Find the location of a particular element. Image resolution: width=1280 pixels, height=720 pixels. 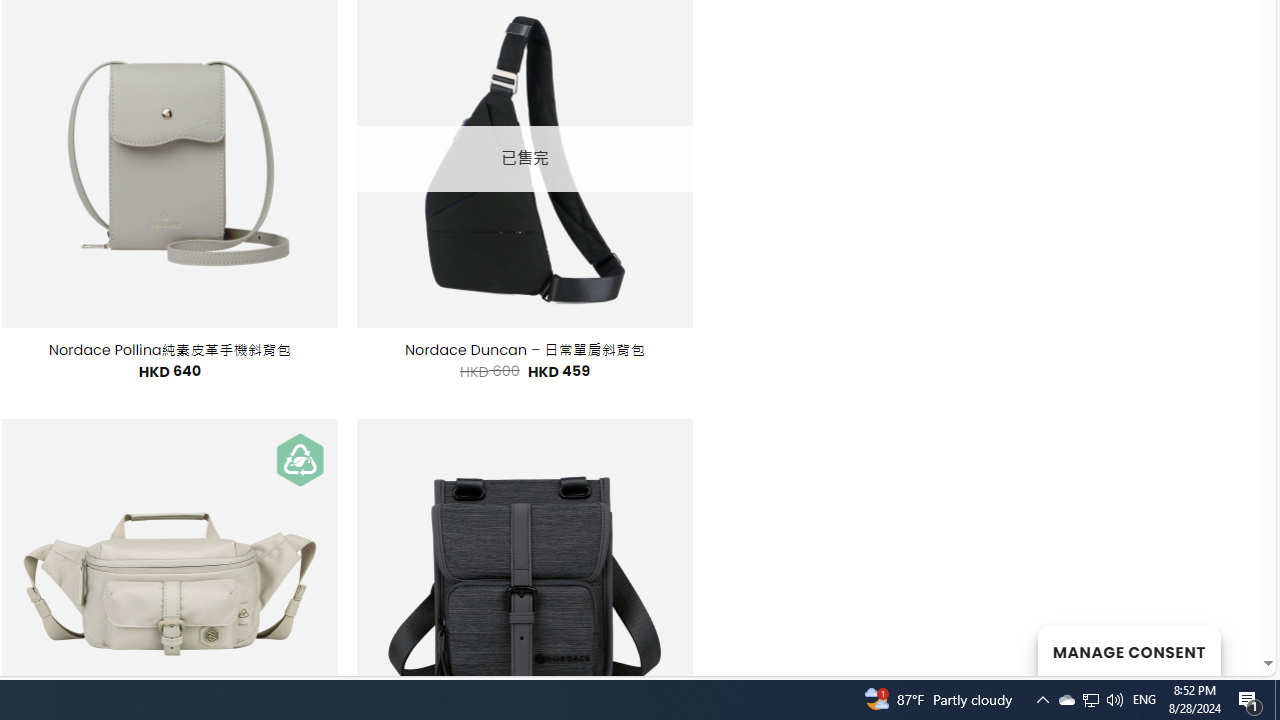

'MANAGE CONSENT' is located at coordinates (1128, 650).